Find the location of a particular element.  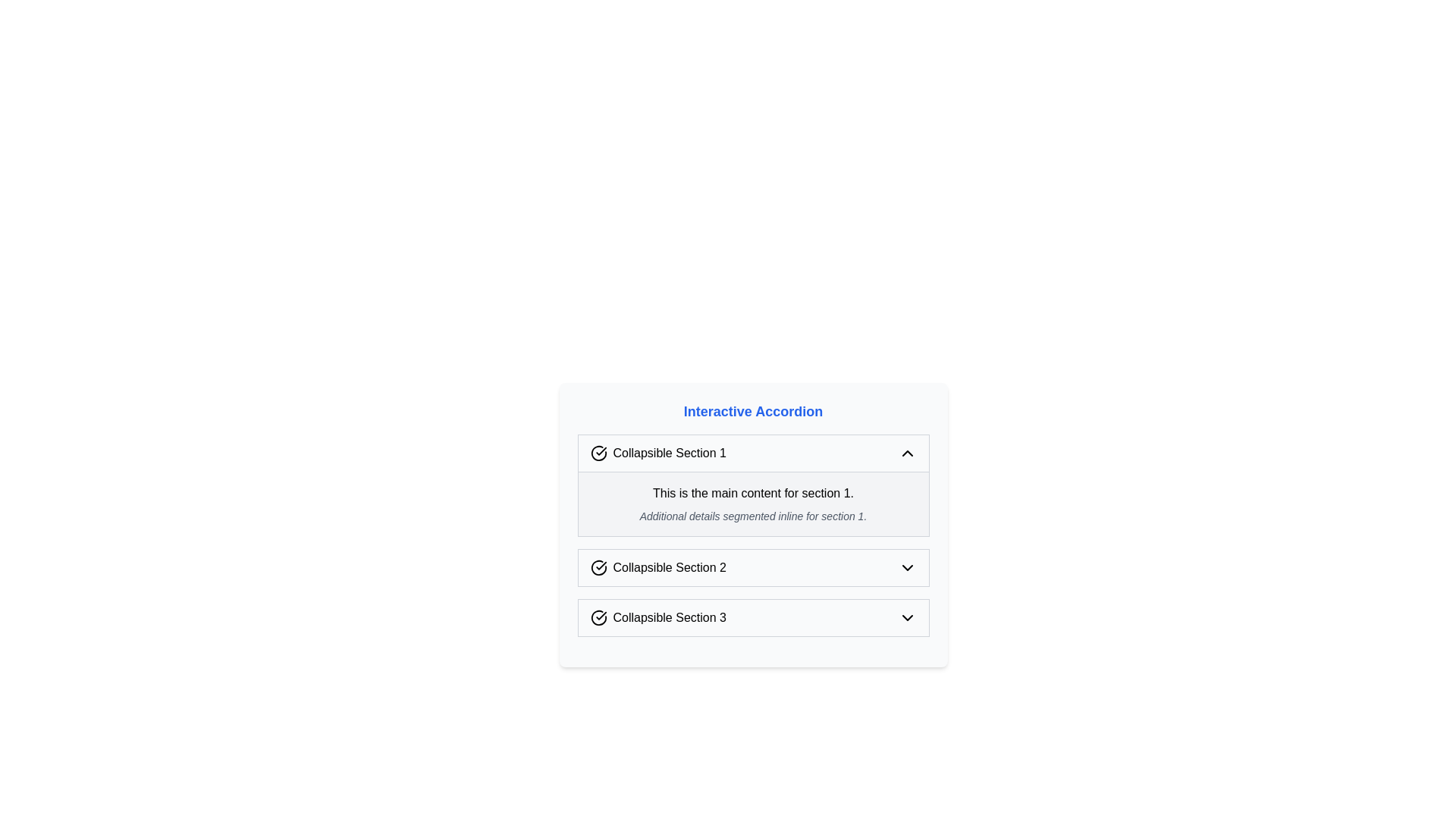

the 'Collapsible Section 2' text label with icon to navigate within the collapsible sections is located at coordinates (658, 567).